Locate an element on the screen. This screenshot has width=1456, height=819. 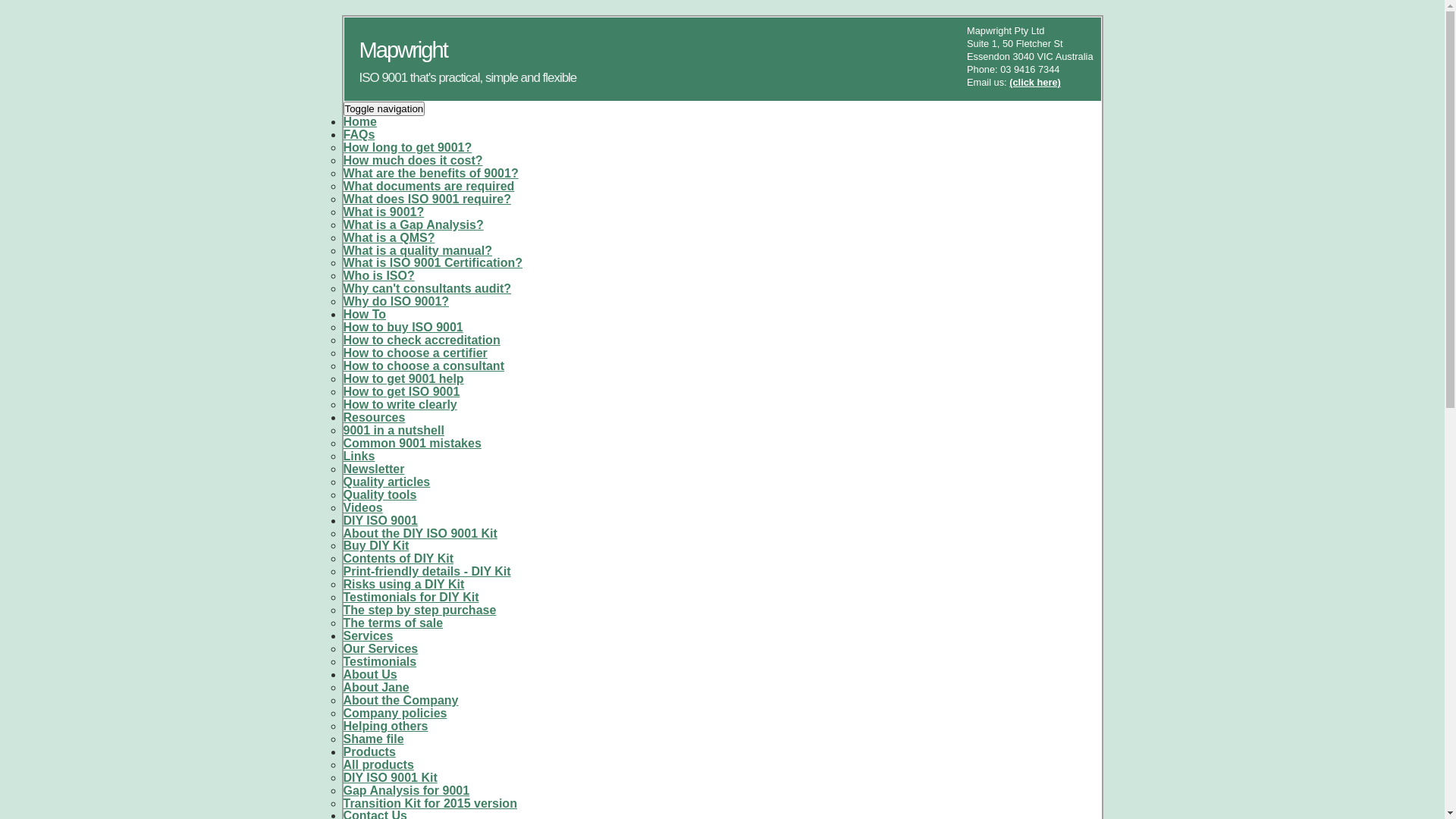
'Links' is located at coordinates (358, 455).